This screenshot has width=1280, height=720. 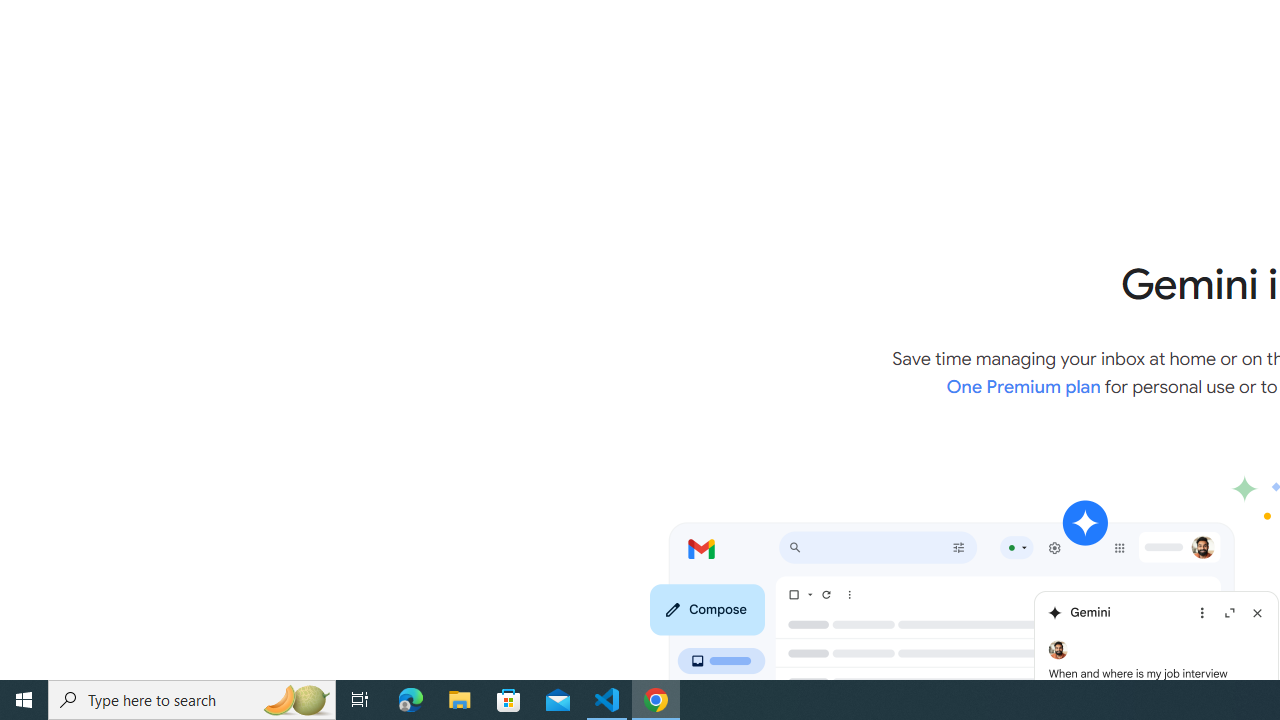 What do you see at coordinates (24, 698) in the screenshot?
I see `'Start'` at bounding box center [24, 698].